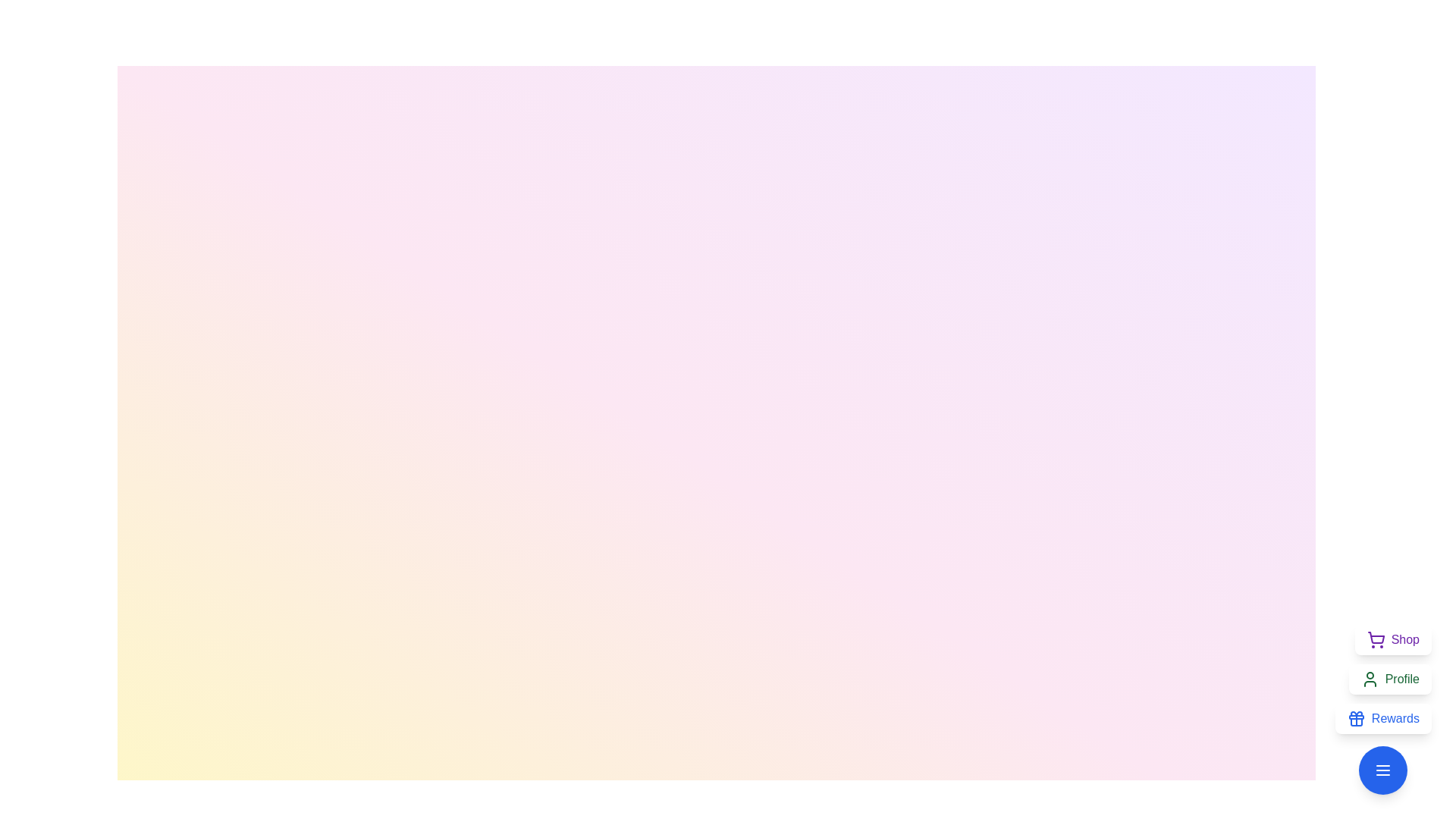 This screenshot has height=819, width=1456. What do you see at coordinates (1356, 717) in the screenshot?
I see `the visual decoration style of the top ribbon of the gift box icon located in the right-hand side navigation menu` at bounding box center [1356, 717].